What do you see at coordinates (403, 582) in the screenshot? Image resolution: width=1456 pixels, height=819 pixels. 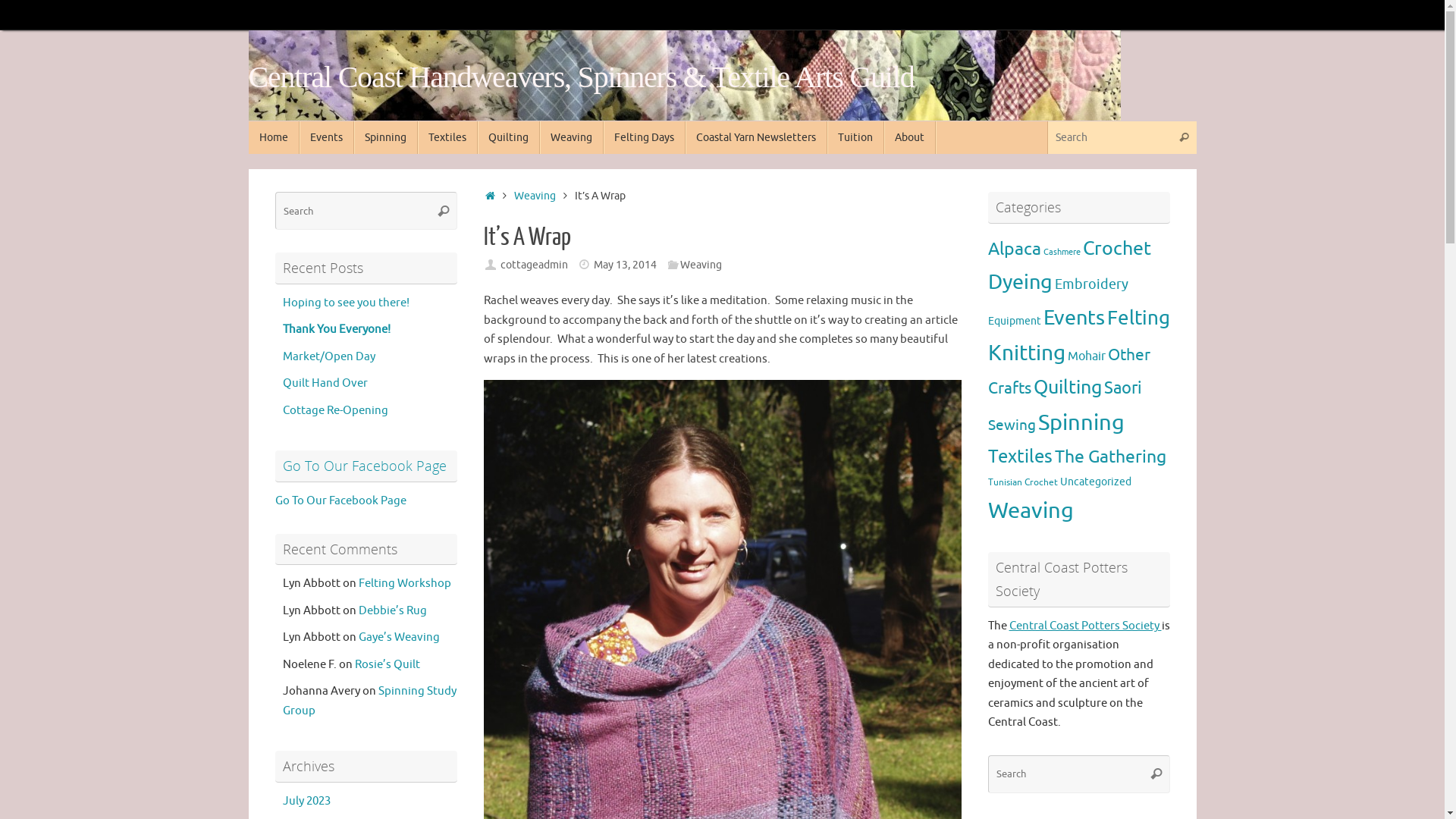 I see `'Felting Workshop'` at bounding box center [403, 582].